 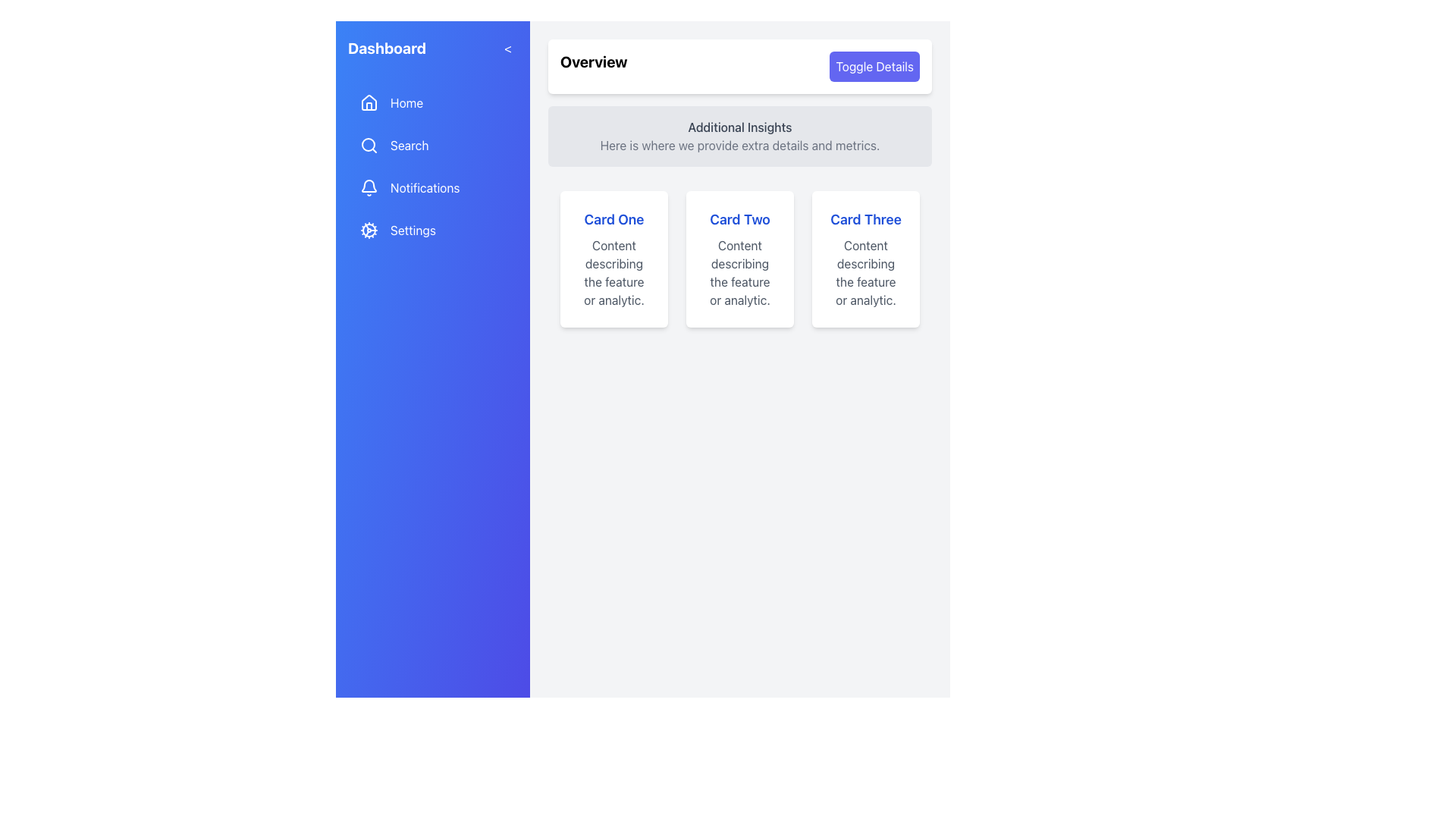 I want to click on the cogwheel icon representing the settings feature, which is located in the side navigation bar below the 'Notifications' item, so click(x=369, y=231).